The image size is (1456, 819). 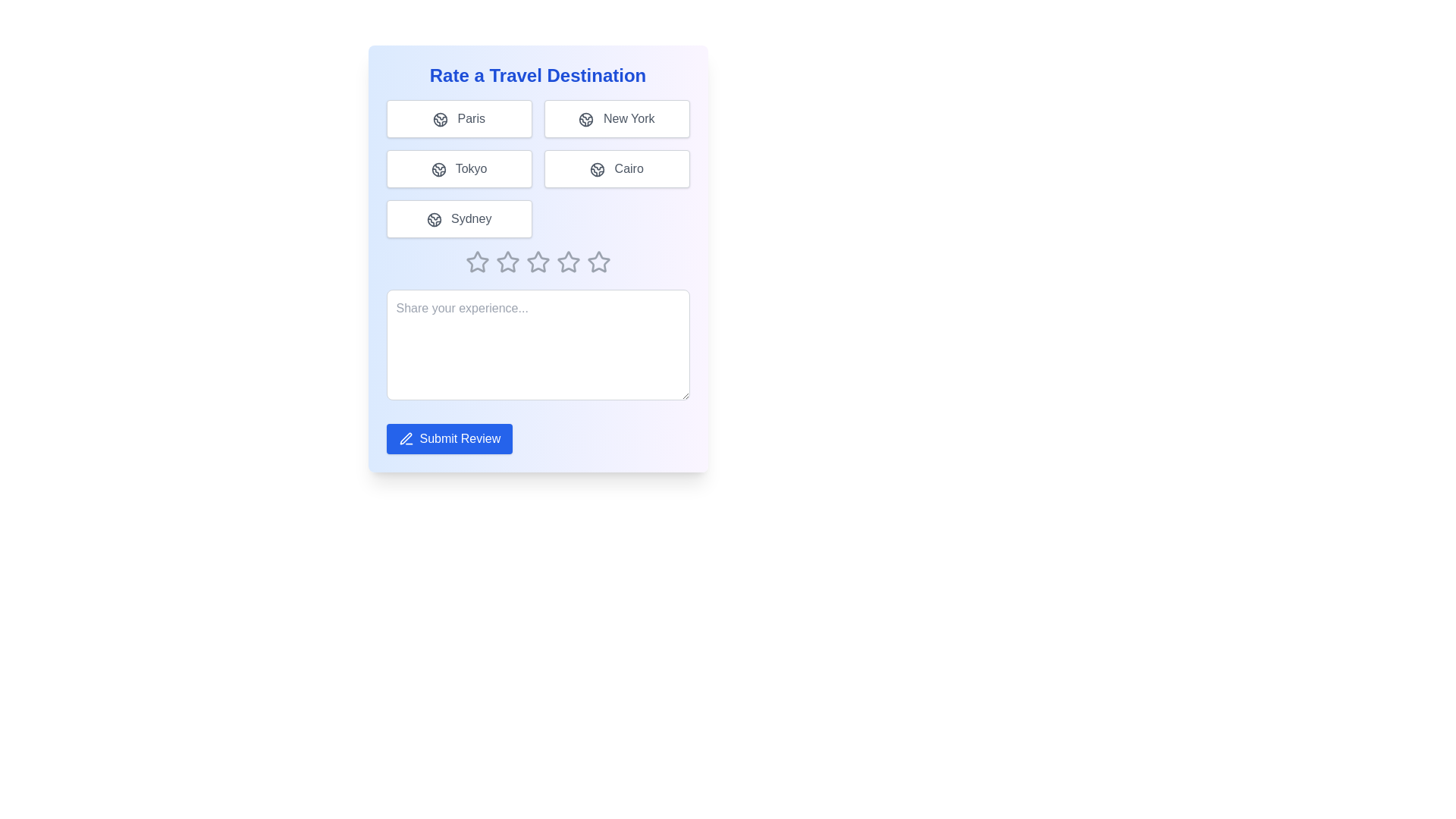 What do you see at coordinates (567, 262) in the screenshot?
I see `the fifth star in the star-shaped rating control` at bounding box center [567, 262].